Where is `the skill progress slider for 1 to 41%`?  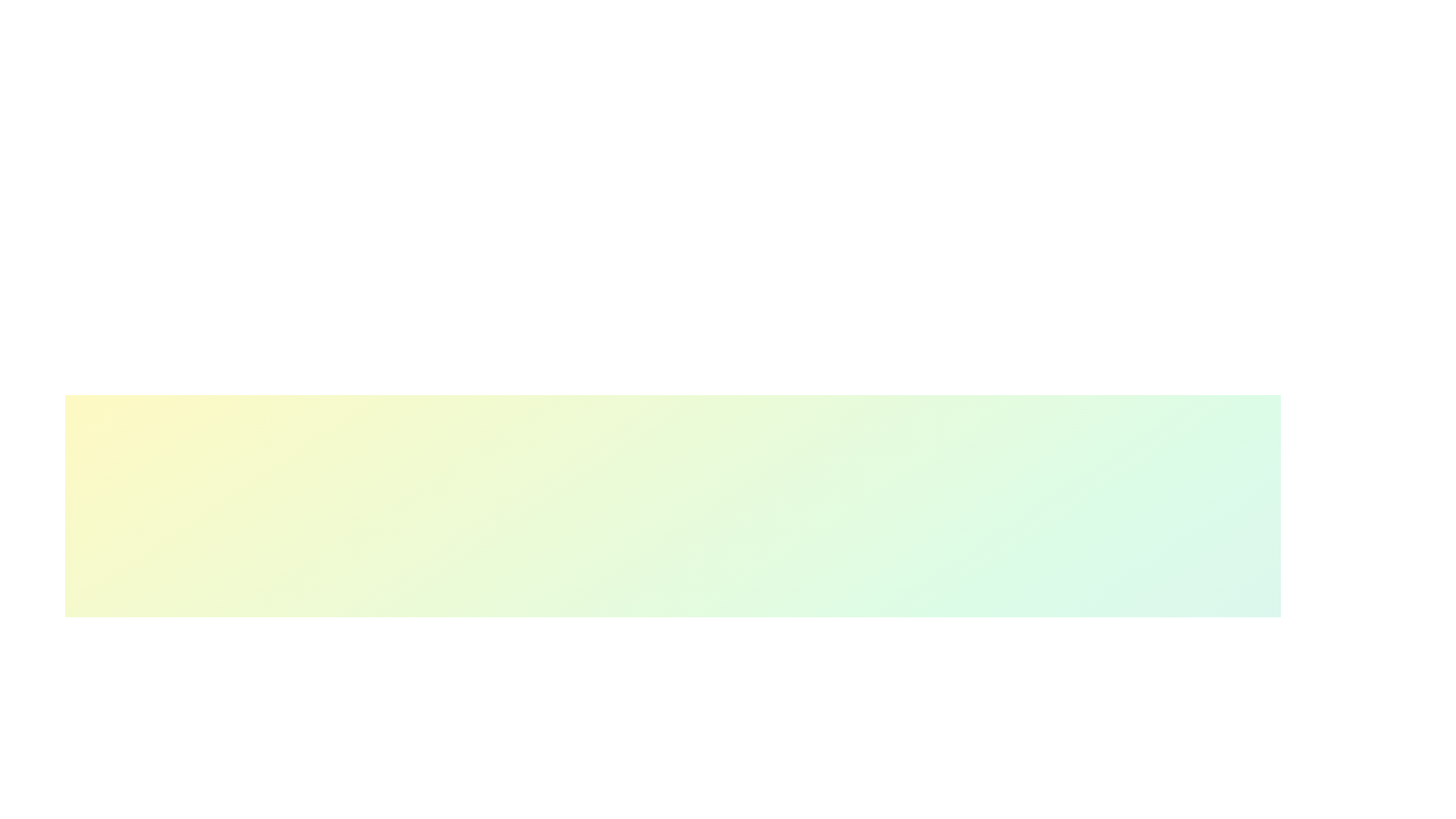 the skill progress slider for 1 to 41% is located at coordinates (642, 810).